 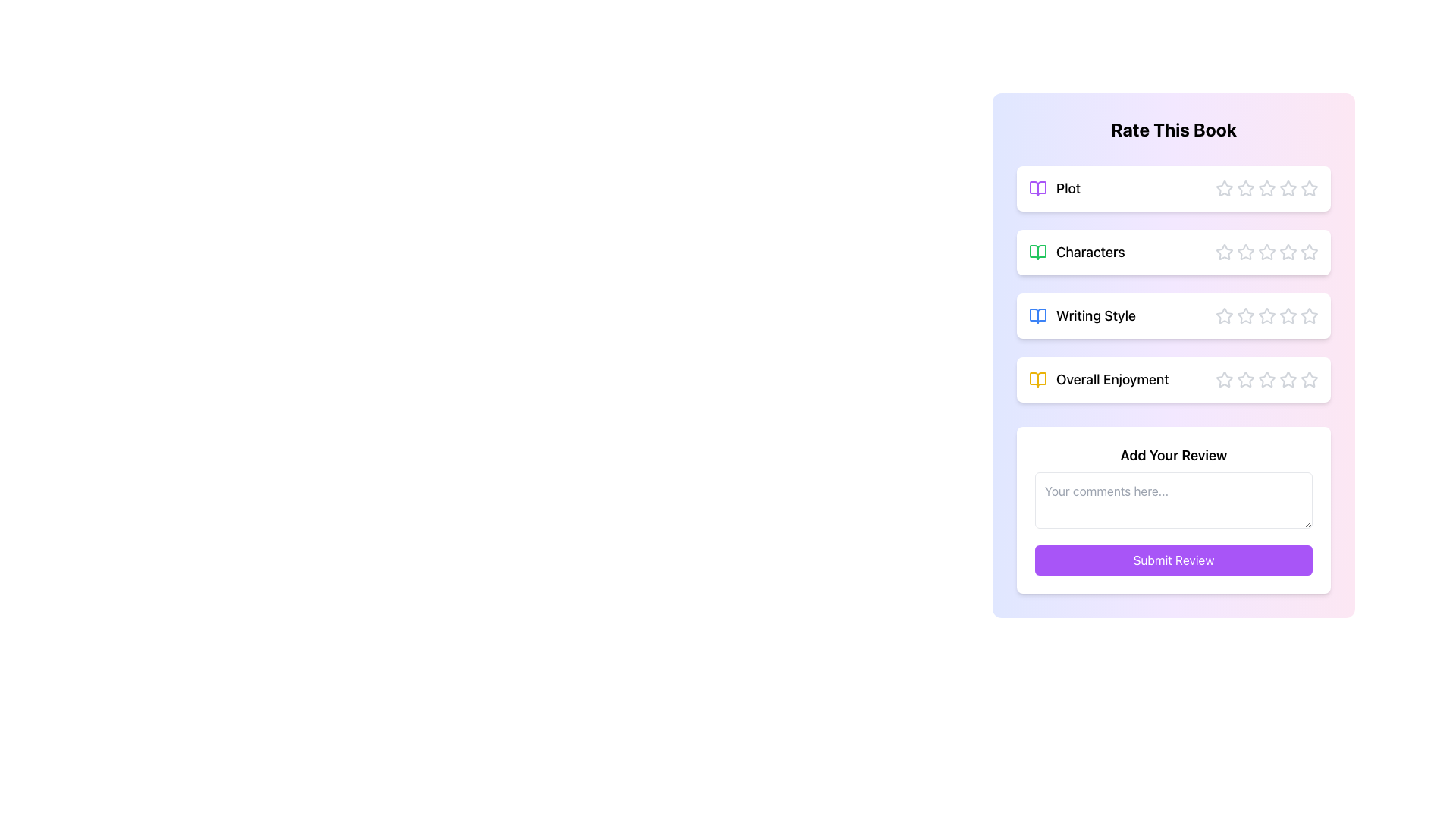 I want to click on the fourth star icon in the 'Characters' rating section, so click(x=1266, y=251).